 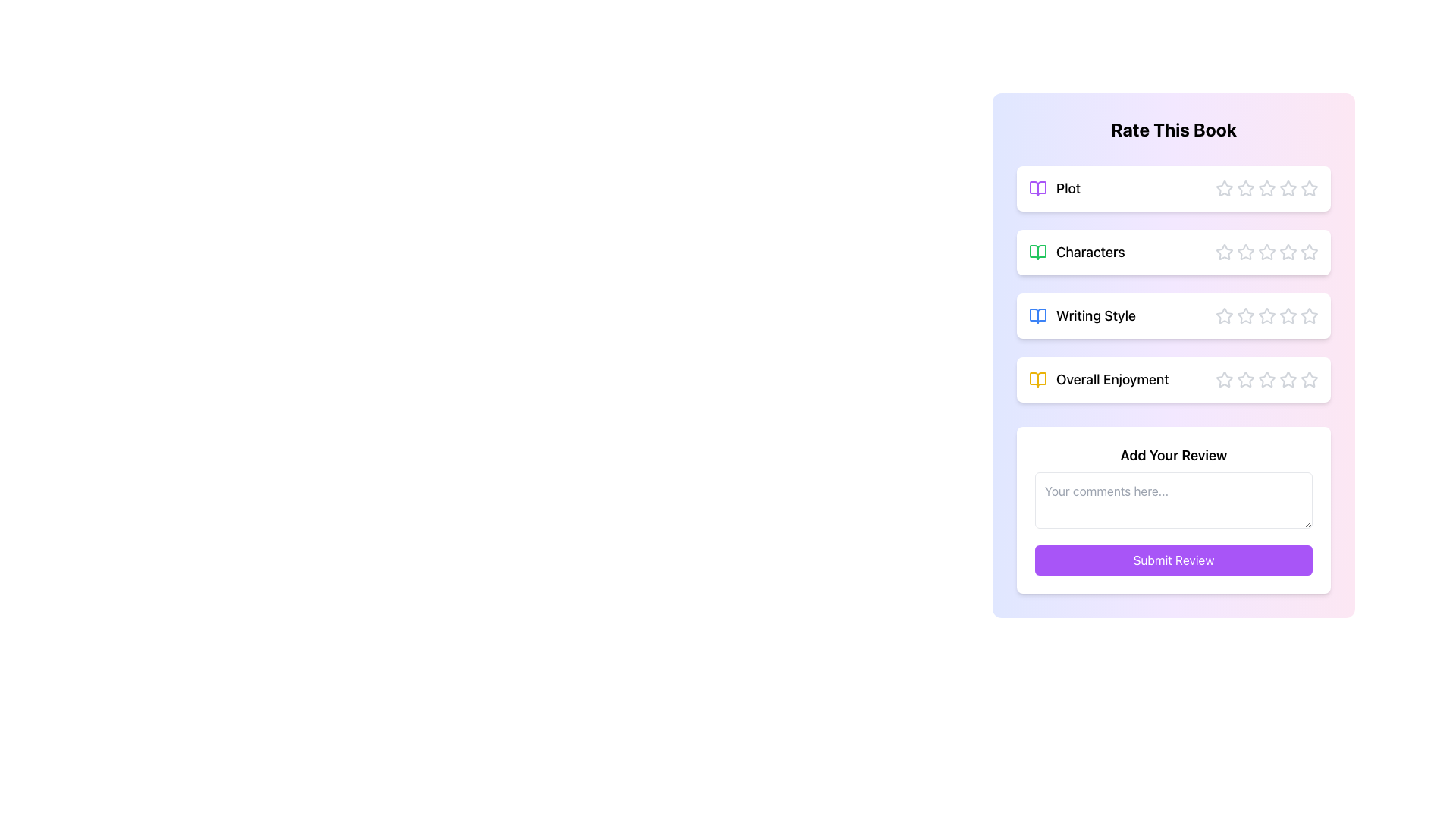 I want to click on the fourth star icon in the 'Characters' rating section, so click(x=1266, y=251).